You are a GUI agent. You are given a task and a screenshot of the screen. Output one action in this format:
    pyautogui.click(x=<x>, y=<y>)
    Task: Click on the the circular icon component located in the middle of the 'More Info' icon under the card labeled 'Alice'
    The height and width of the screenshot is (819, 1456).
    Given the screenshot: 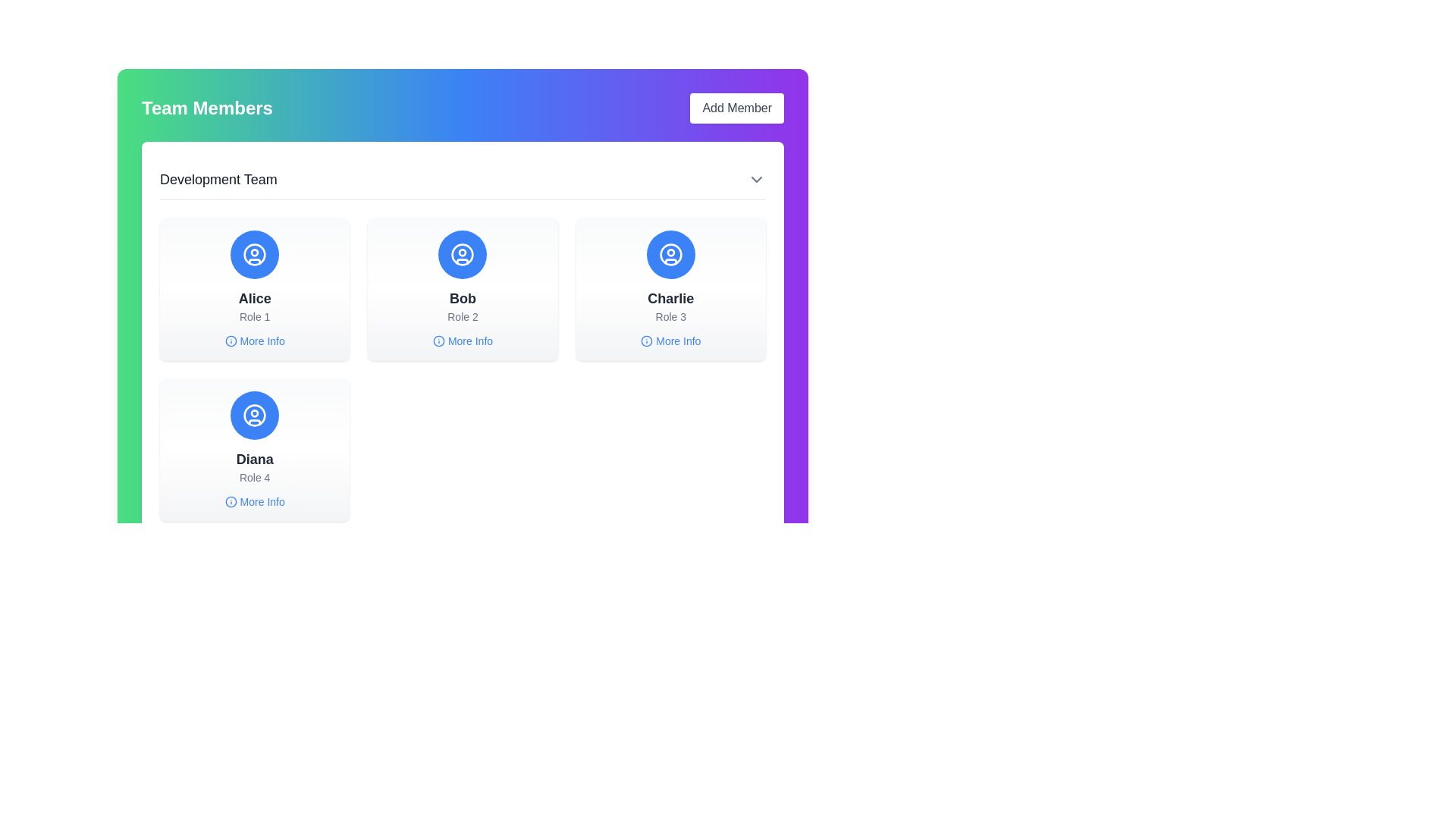 What is the action you would take?
    pyautogui.click(x=230, y=341)
    